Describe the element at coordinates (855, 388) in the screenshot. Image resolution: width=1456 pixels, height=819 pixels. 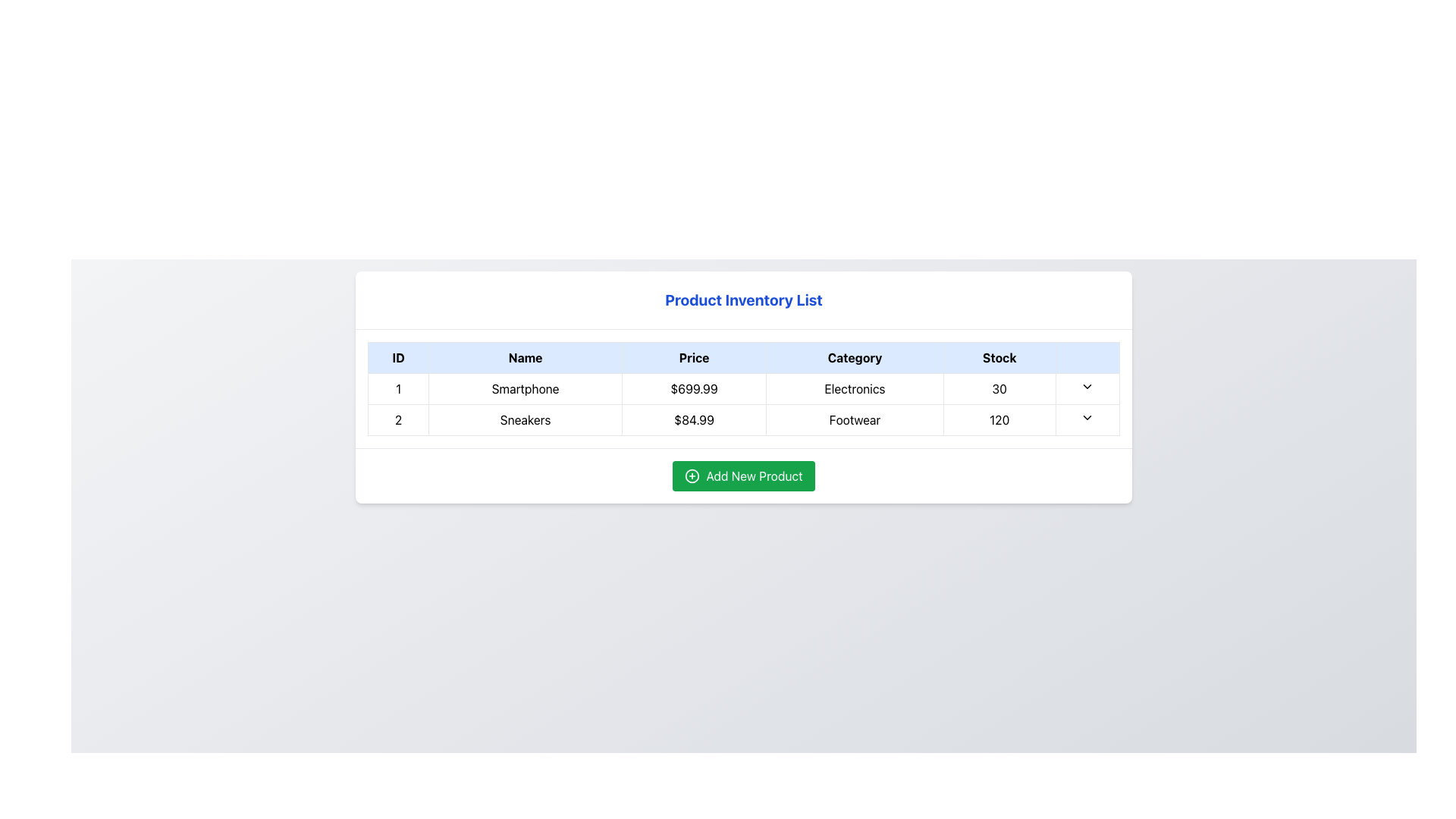
I see `the text element 'Electronics' located in the fourth cell of the first row of the table` at that location.